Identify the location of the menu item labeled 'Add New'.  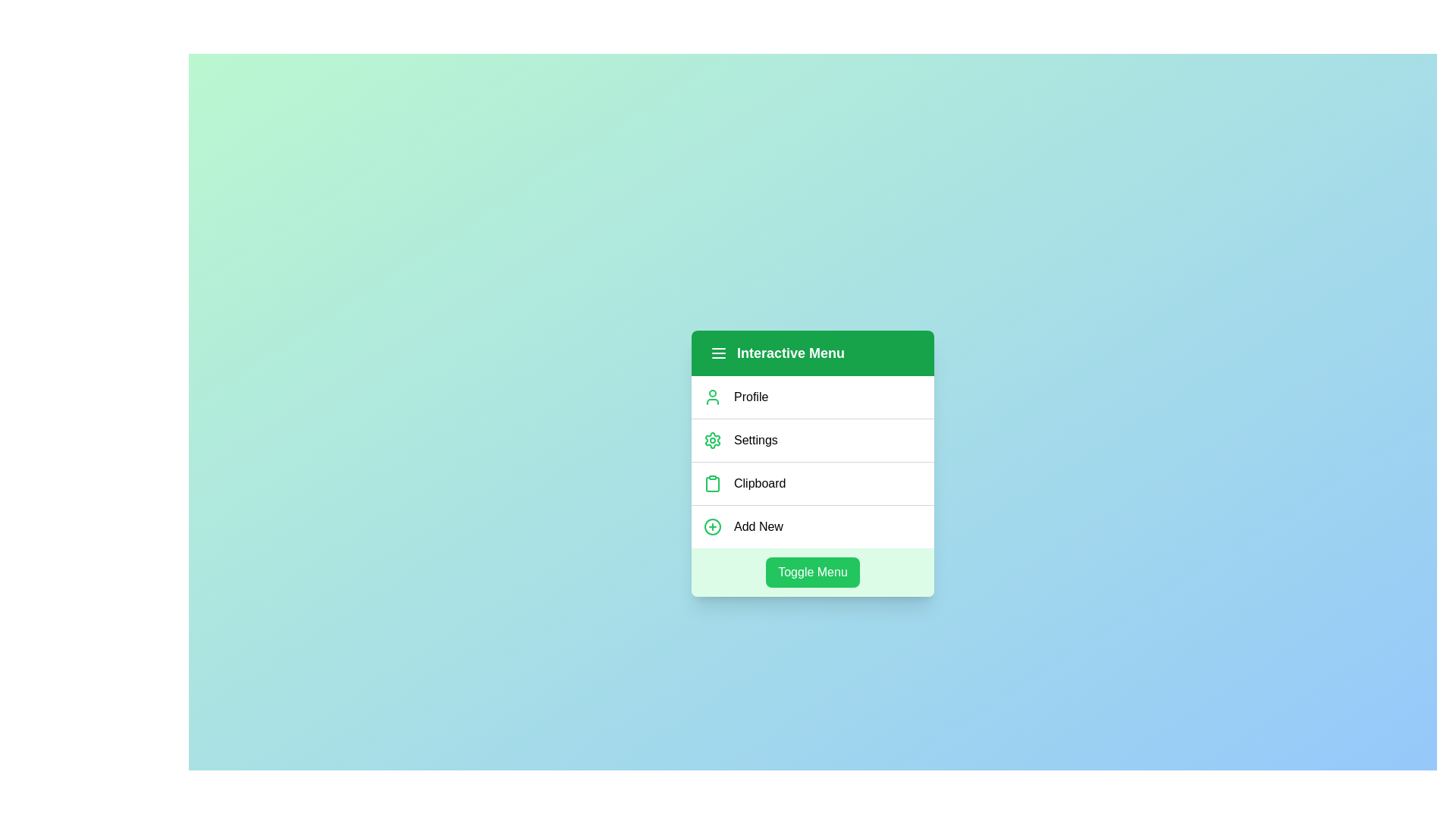
(811, 526).